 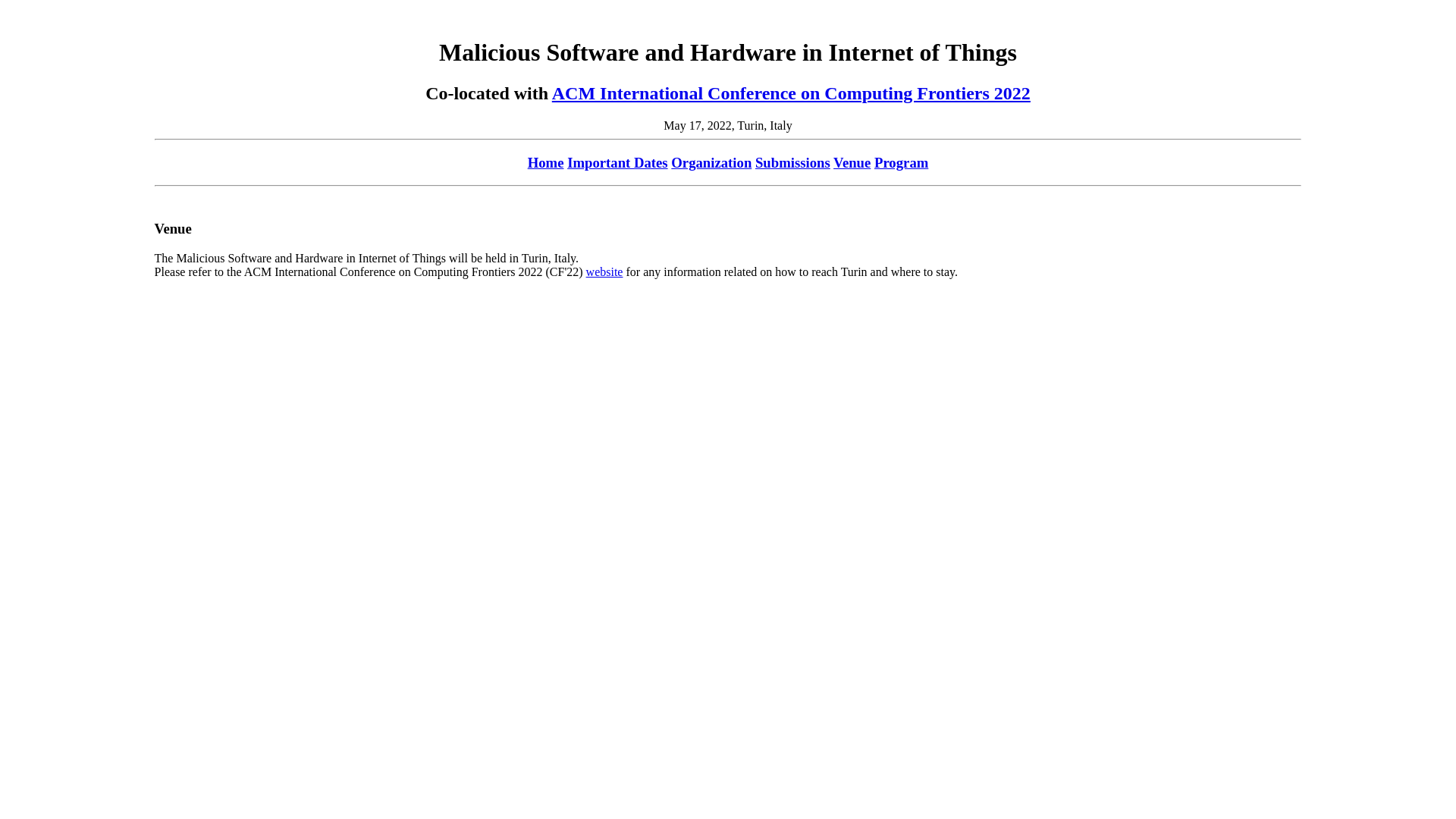 What do you see at coordinates (792, 162) in the screenshot?
I see `'Submissions'` at bounding box center [792, 162].